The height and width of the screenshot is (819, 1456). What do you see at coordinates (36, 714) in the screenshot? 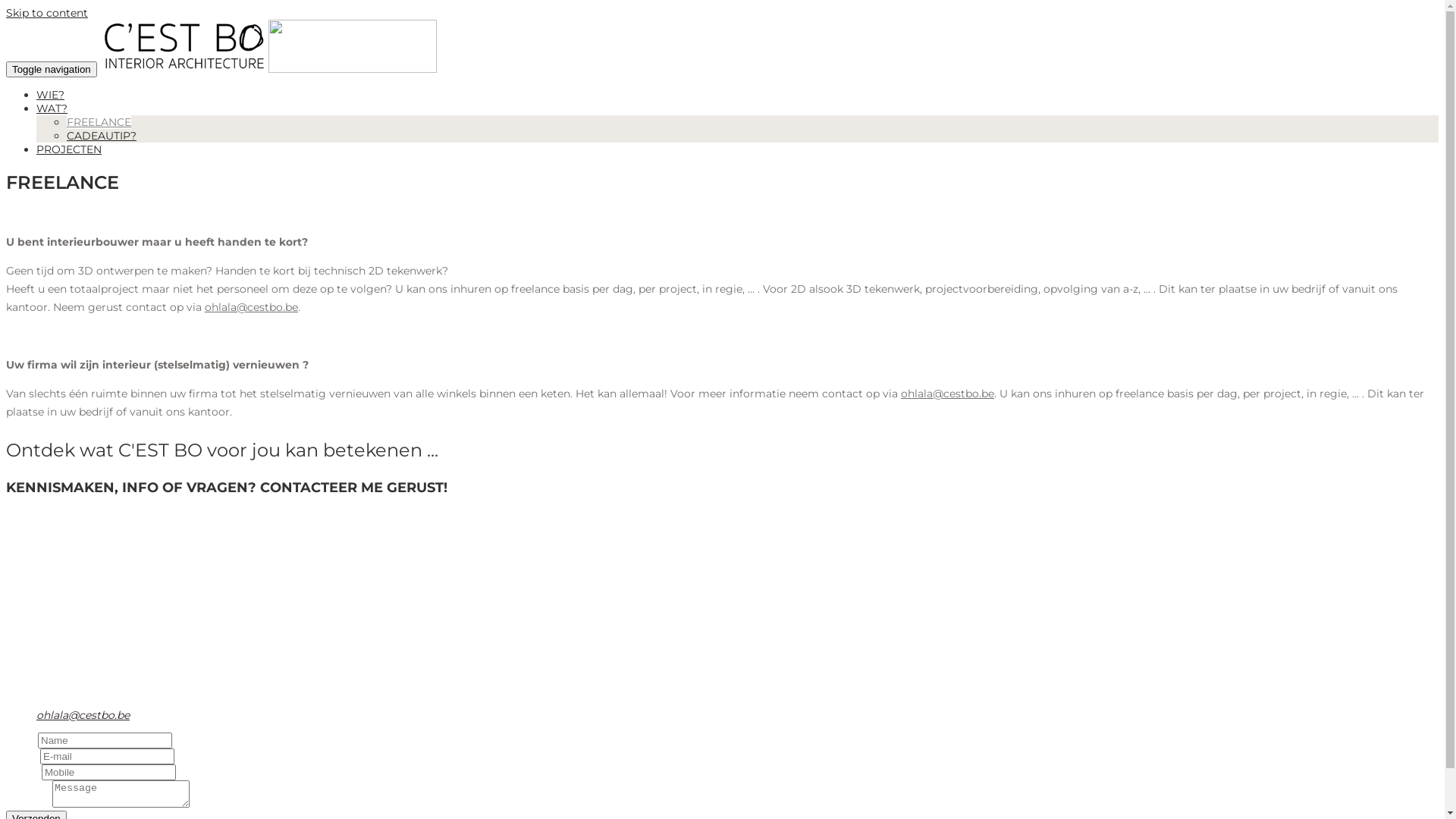
I see `'ohlala@cestbo.be'` at bounding box center [36, 714].